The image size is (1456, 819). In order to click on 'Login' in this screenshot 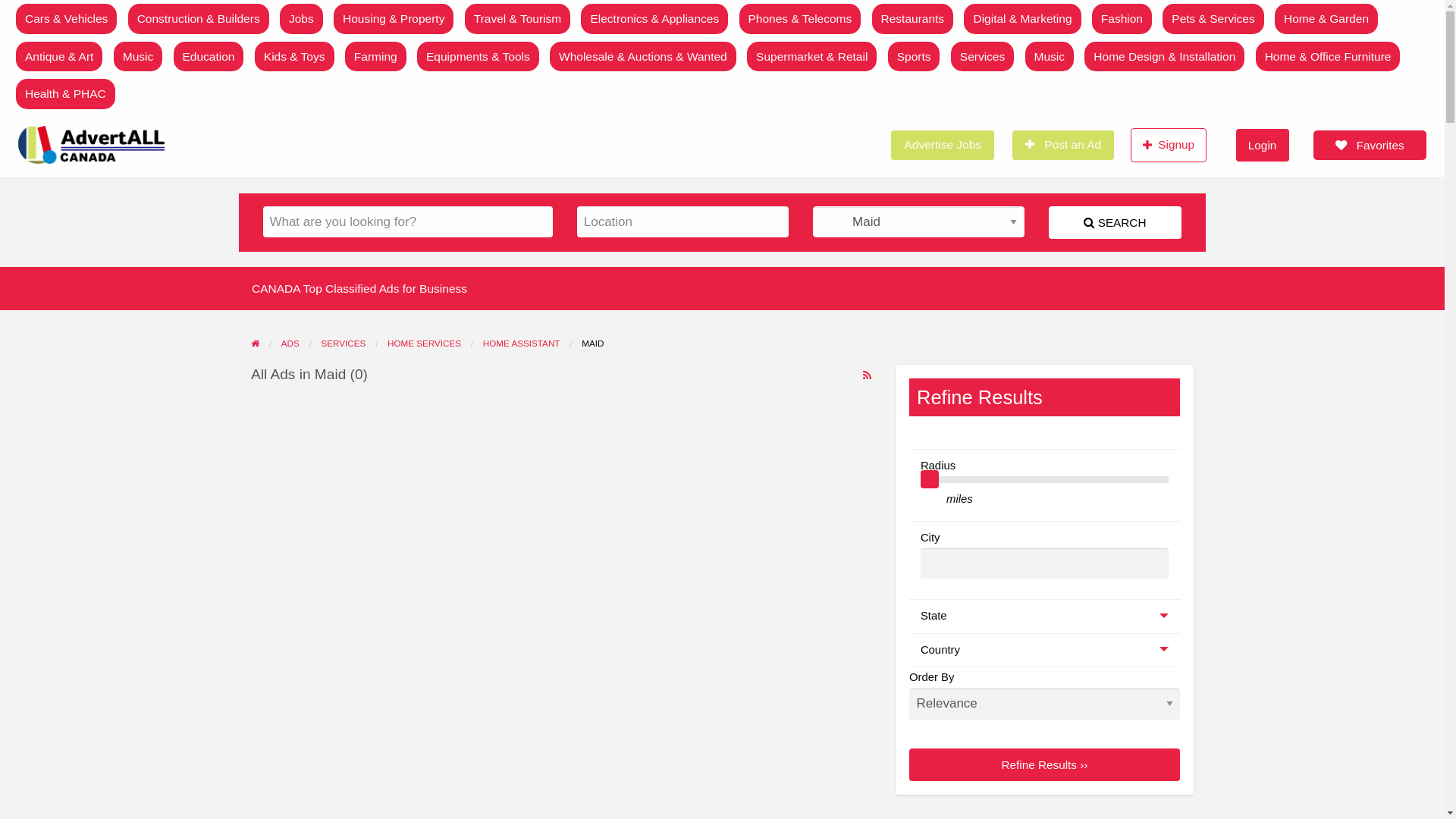, I will do `click(1236, 145)`.